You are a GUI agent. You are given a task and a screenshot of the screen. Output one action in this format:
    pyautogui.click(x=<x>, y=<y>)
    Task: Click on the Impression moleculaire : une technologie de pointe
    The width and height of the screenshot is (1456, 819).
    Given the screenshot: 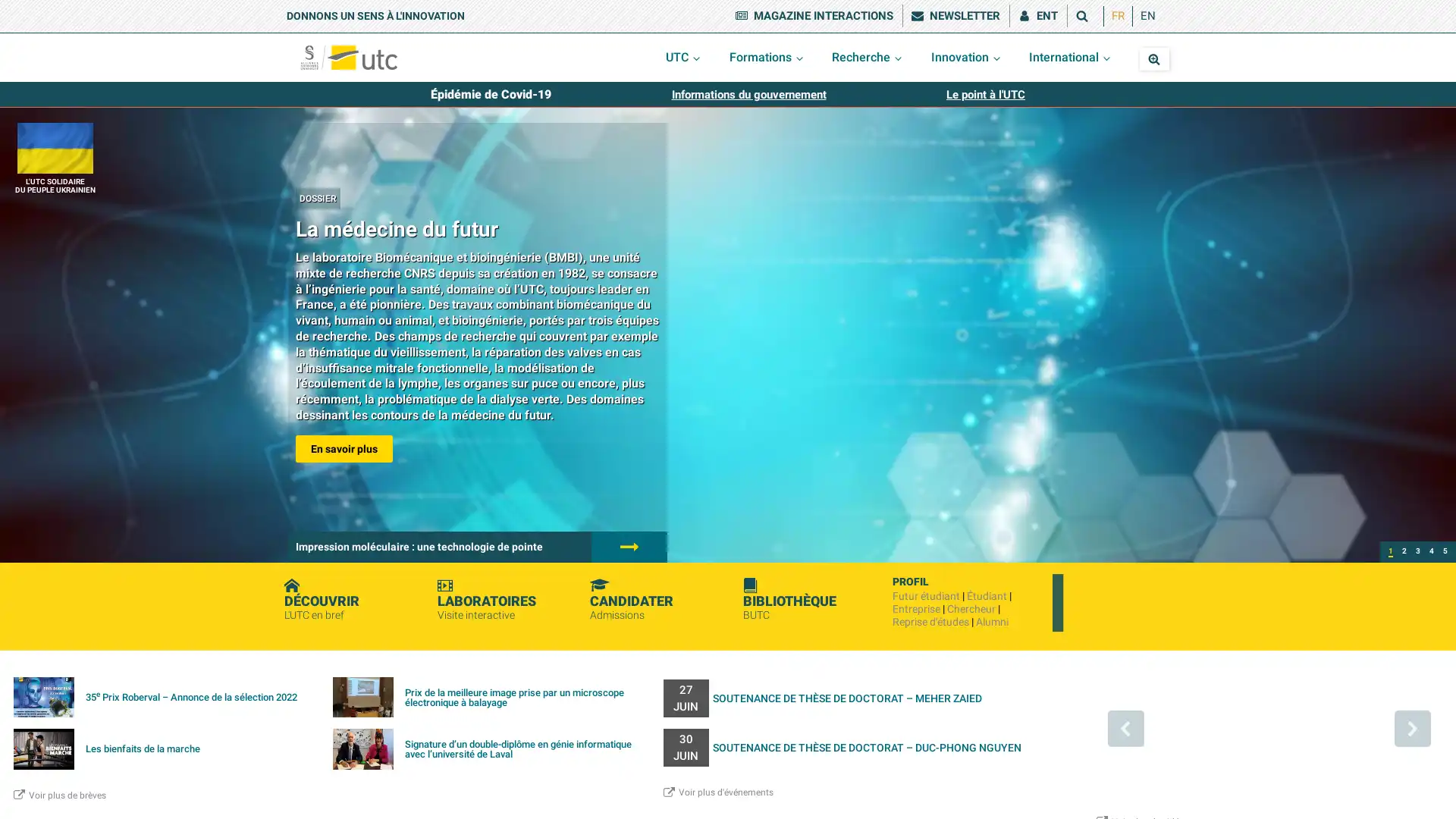 What is the action you would take?
    pyautogui.click(x=1404, y=552)
    